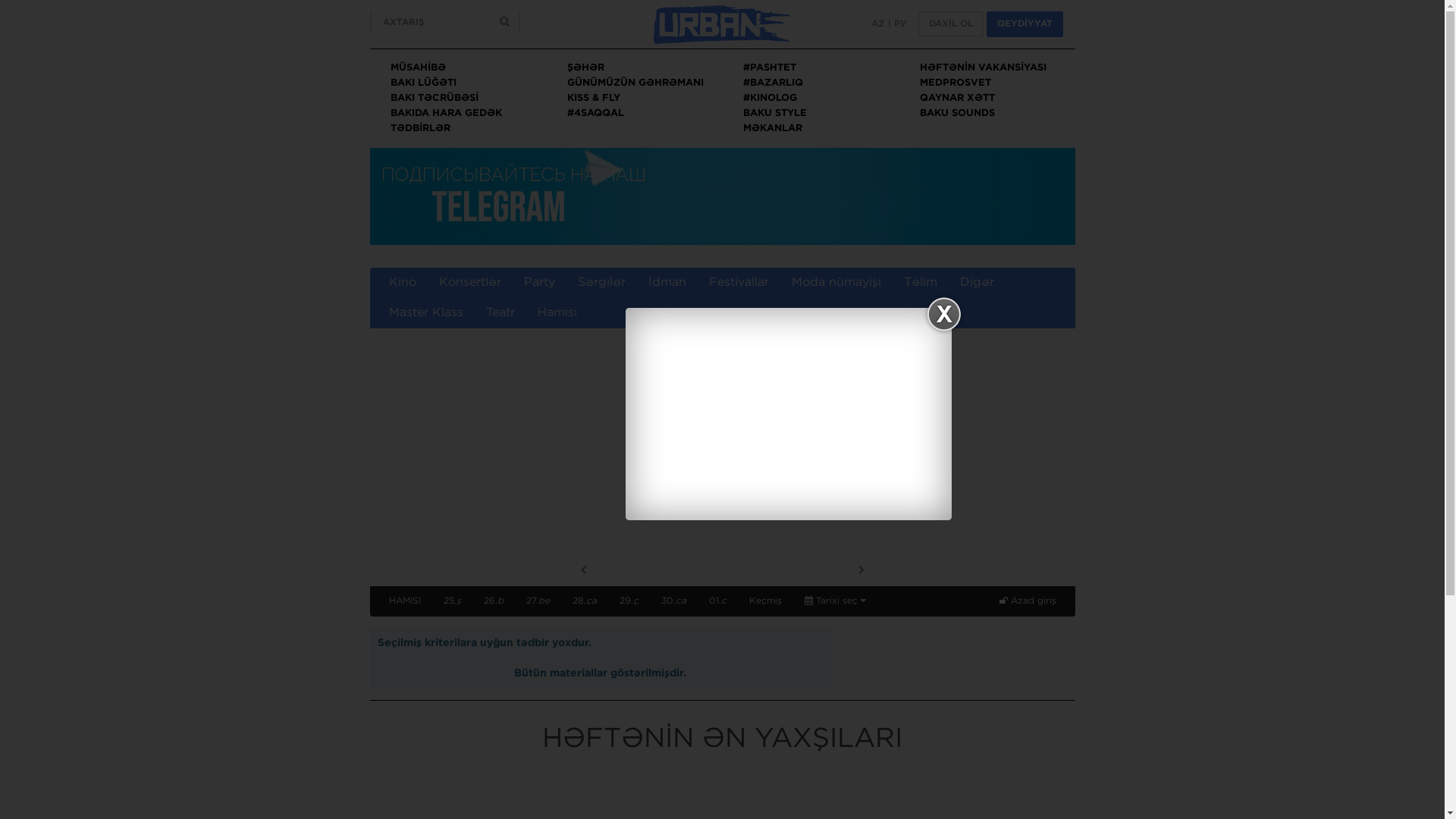 The height and width of the screenshot is (819, 1456). I want to click on 'Festivallar', so click(739, 283).